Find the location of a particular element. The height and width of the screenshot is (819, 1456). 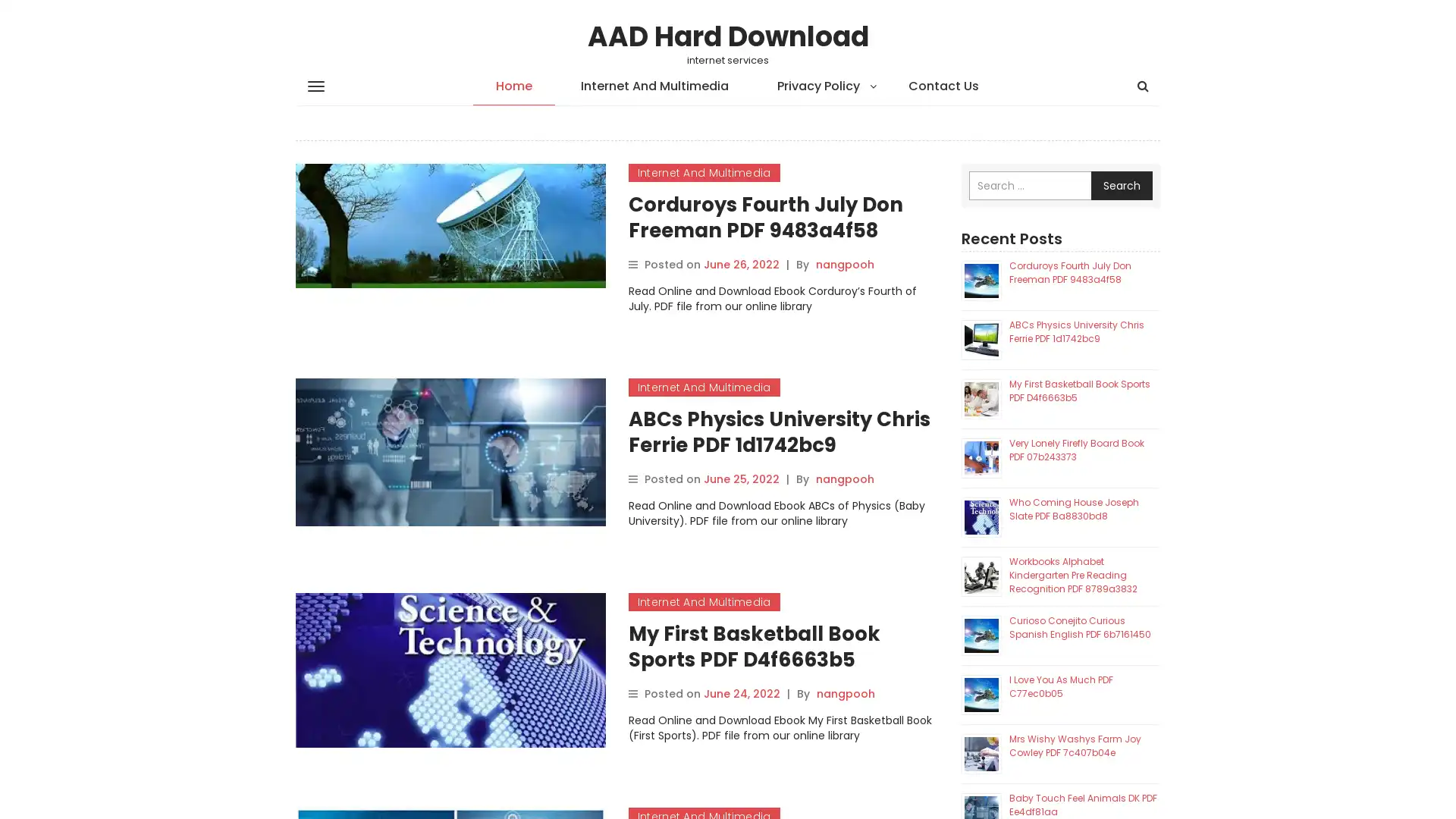

Search is located at coordinates (1122, 185).